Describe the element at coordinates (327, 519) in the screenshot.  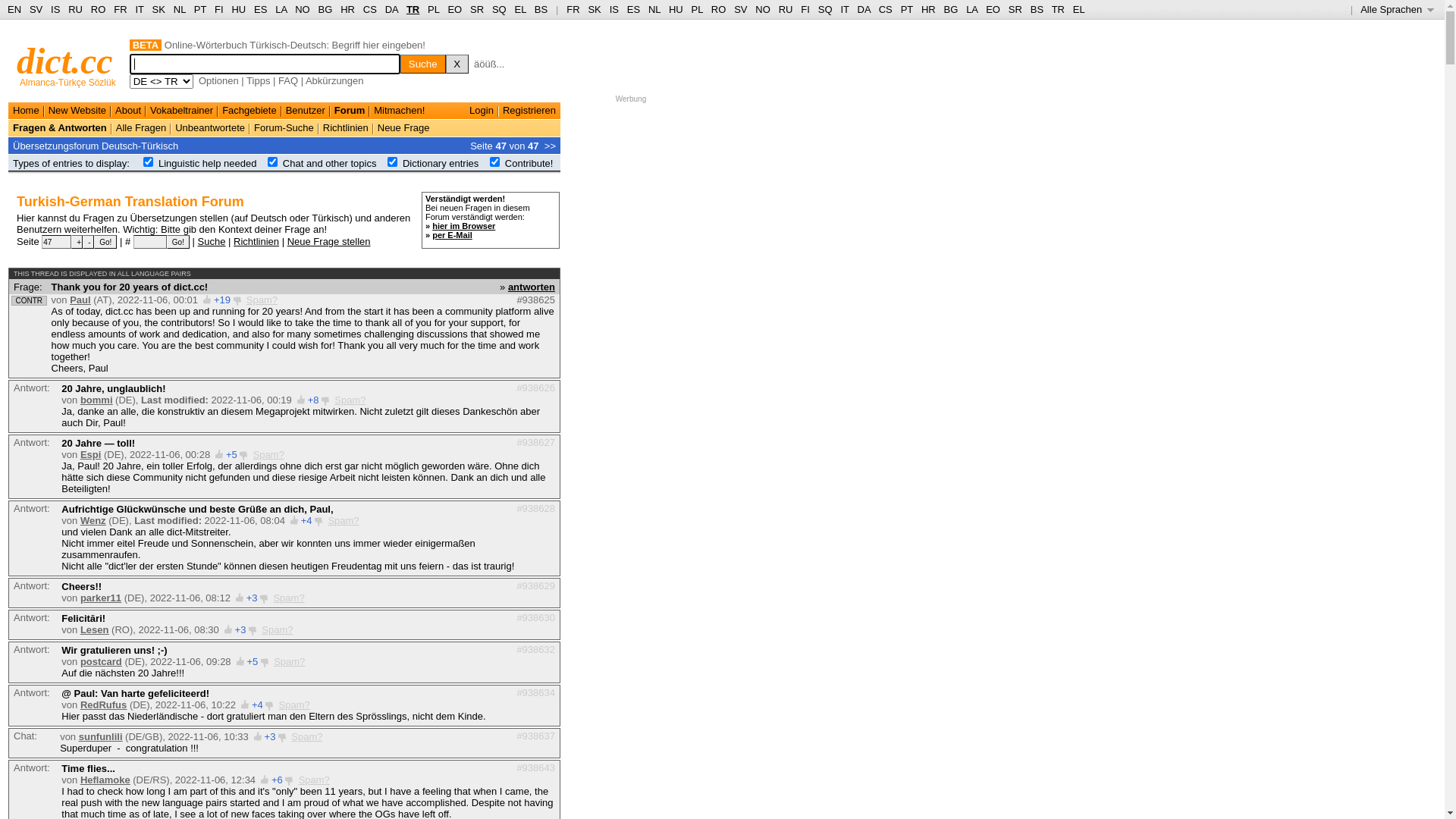
I see `'Spam?'` at that location.